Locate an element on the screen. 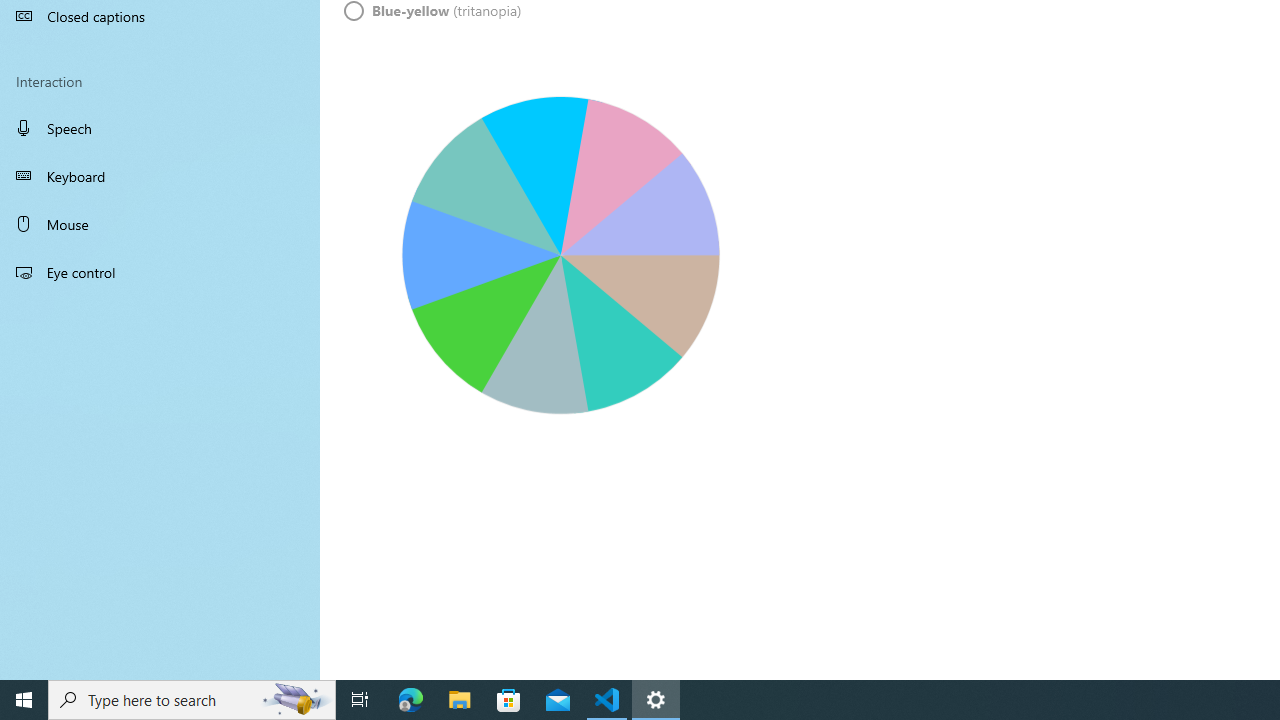 Image resolution: width=1280 pixels, height=720 pixels. 'Search highlights icon opens search home window' is located at coordinates (294, 698).